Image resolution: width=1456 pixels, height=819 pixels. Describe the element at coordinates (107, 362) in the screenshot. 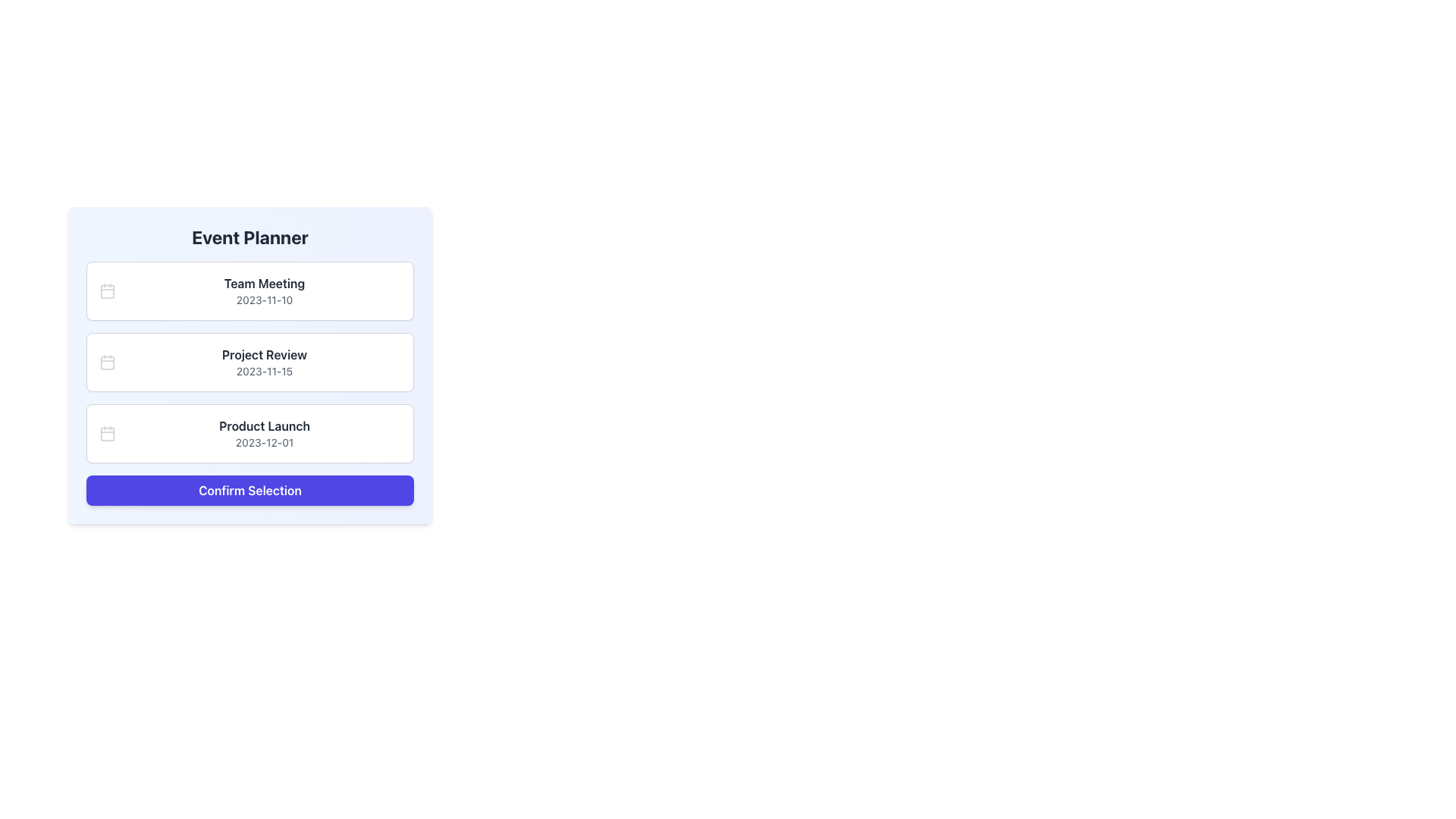

I see `the calendar icon for the second event entry titled 'Project Review' with the date '2023-11-15'` at that location.